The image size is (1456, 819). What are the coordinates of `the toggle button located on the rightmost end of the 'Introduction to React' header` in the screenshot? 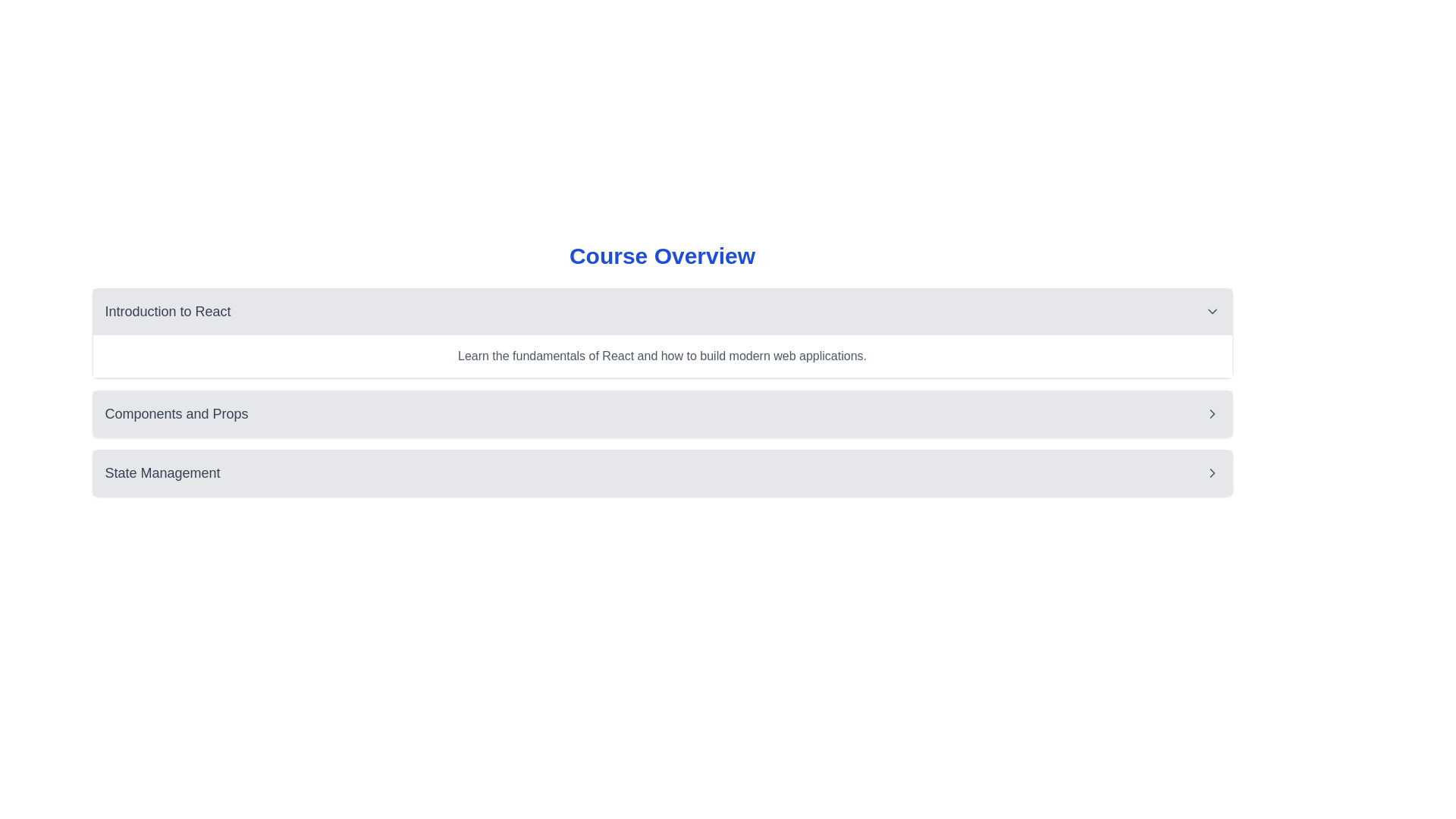 It's located at (1211, 311).